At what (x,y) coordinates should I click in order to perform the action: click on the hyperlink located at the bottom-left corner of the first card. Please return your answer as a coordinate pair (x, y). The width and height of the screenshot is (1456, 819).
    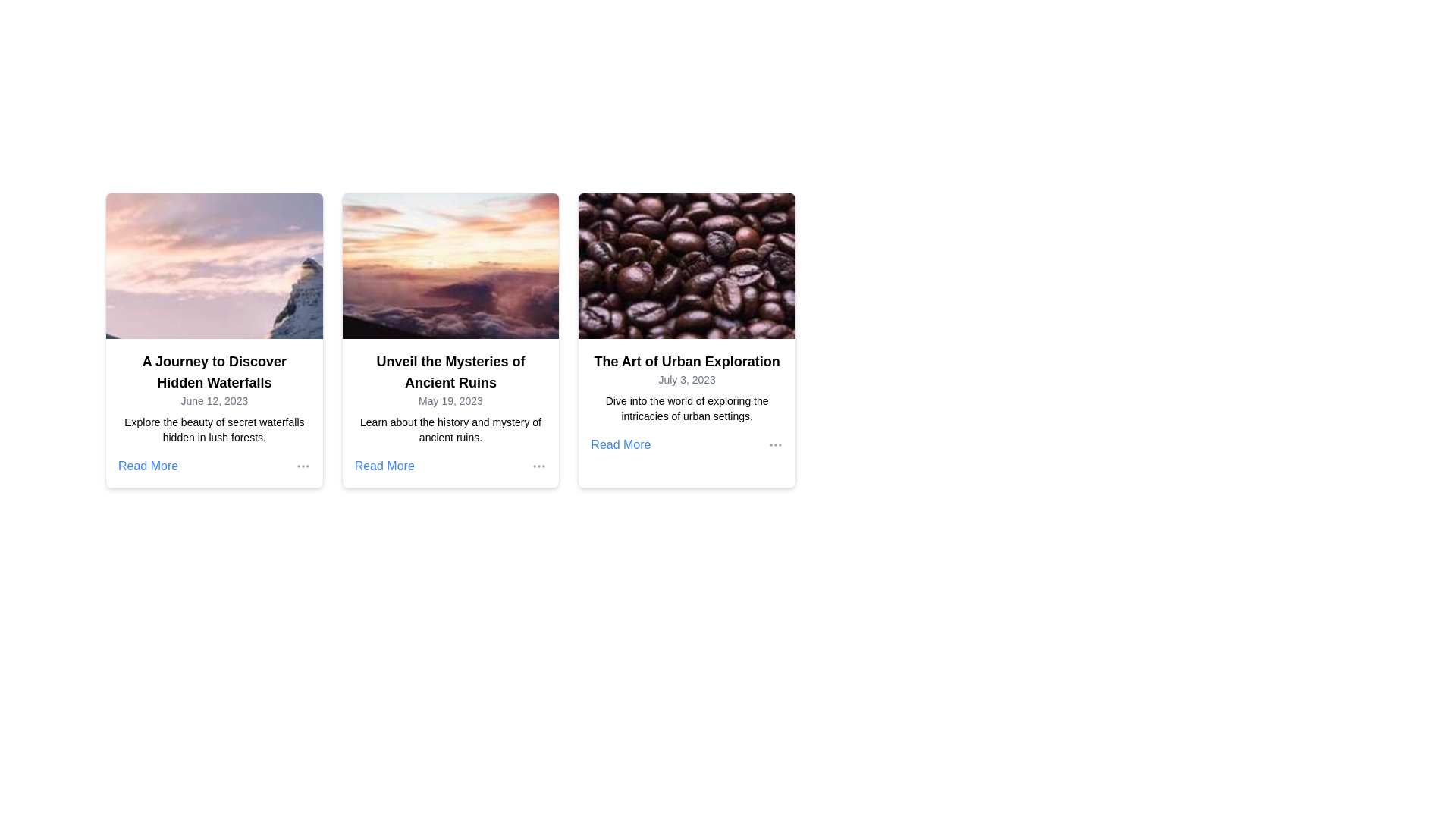
    Looking at the image, I should click on (148, 465).